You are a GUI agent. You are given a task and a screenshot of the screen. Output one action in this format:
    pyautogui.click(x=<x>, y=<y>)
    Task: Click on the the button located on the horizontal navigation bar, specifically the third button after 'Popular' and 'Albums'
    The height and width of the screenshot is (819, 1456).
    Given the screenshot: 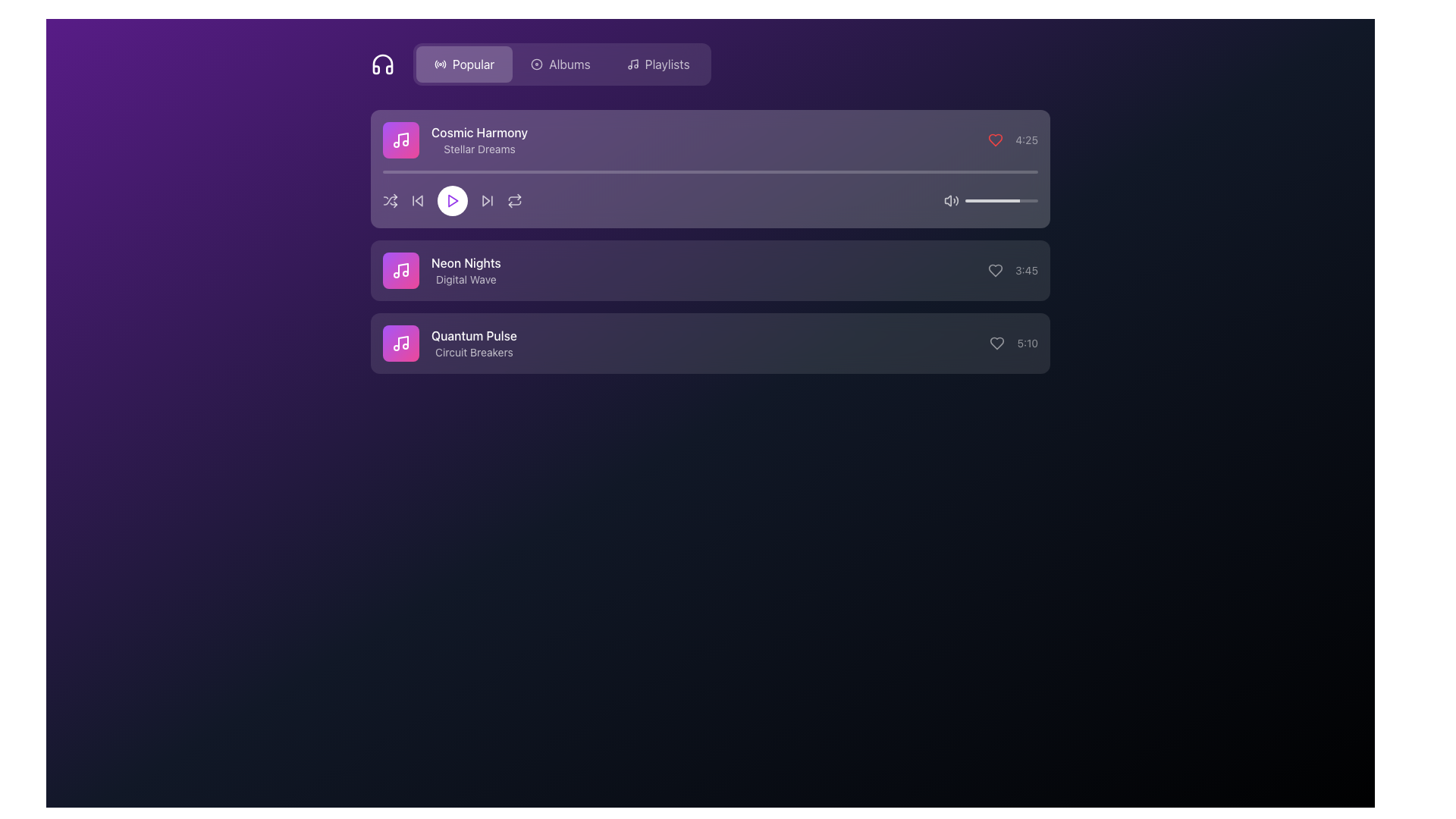 What is the action you would take?
    pyautogui.click(x=658, y=63)
    